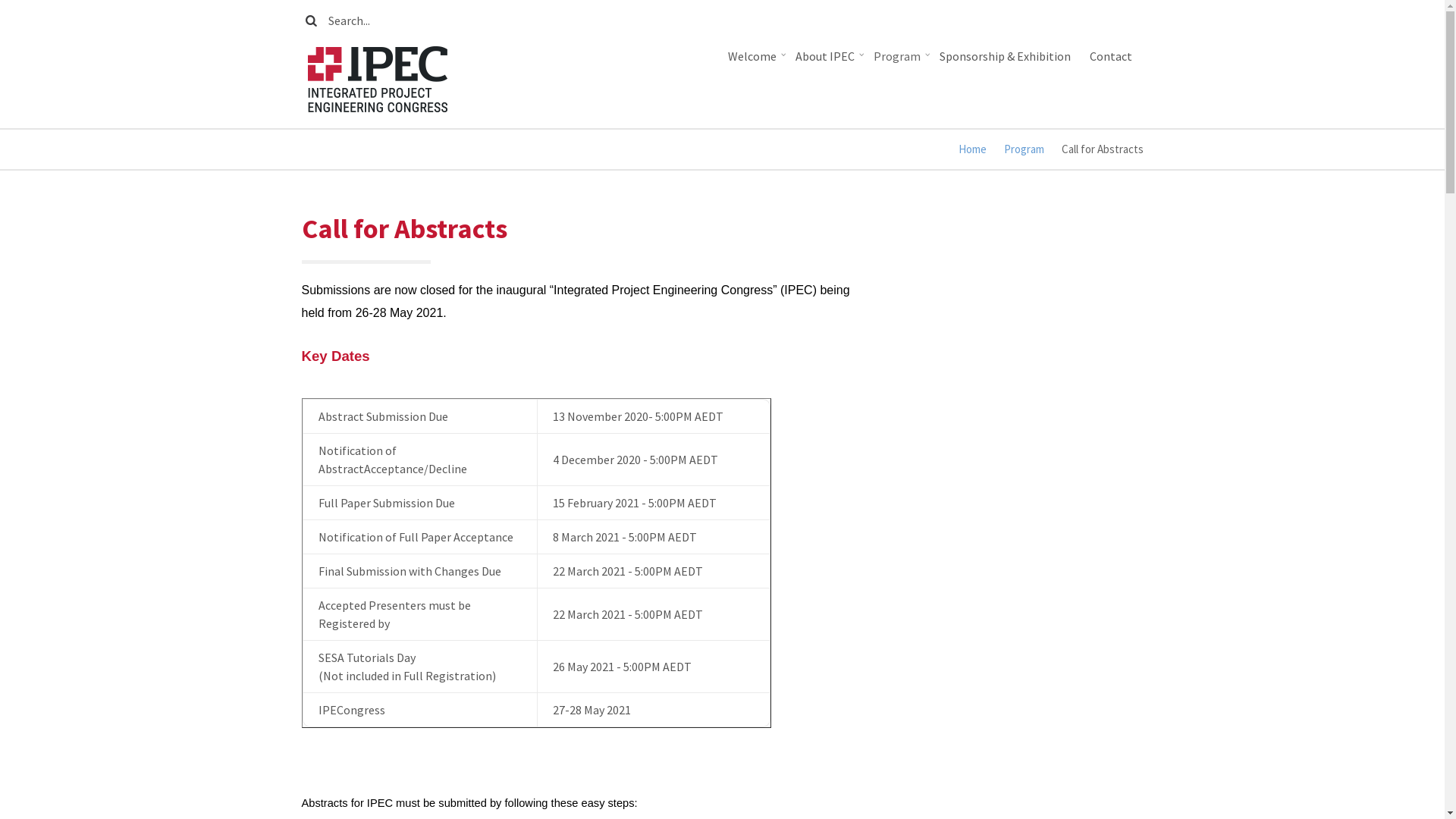 The image size is (1456, 819). Describe the element at coordinates (735, 20) in the screenshot. I see `'Enter the terms you wish to search for.'` at that location.